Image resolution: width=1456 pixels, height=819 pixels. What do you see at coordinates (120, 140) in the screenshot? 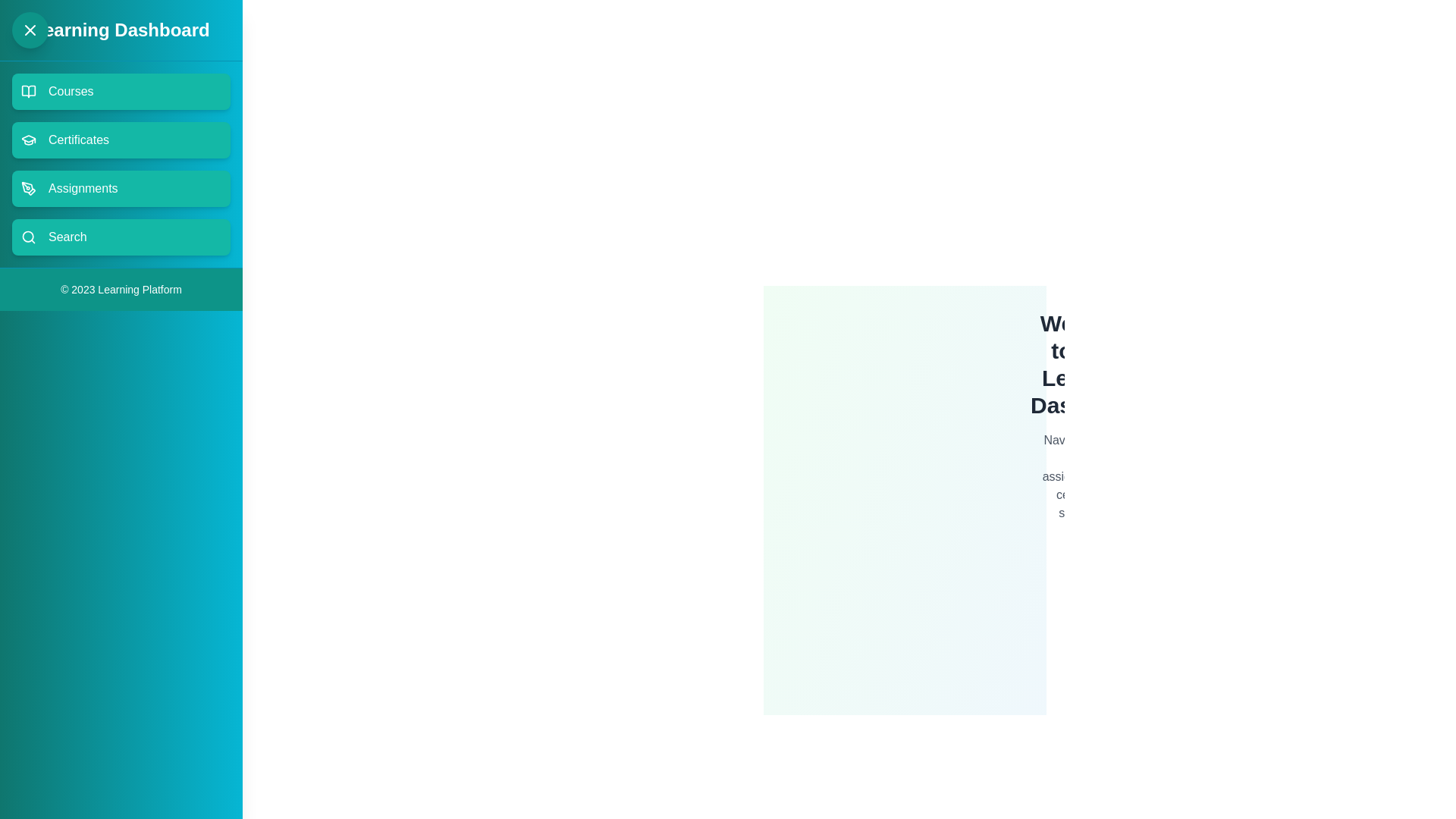
I see `the 'Certificates' navigation button located below the 'Courses' button and above the 'Assignments' button in the left side navigation menu` at bounding box center [120, 140].